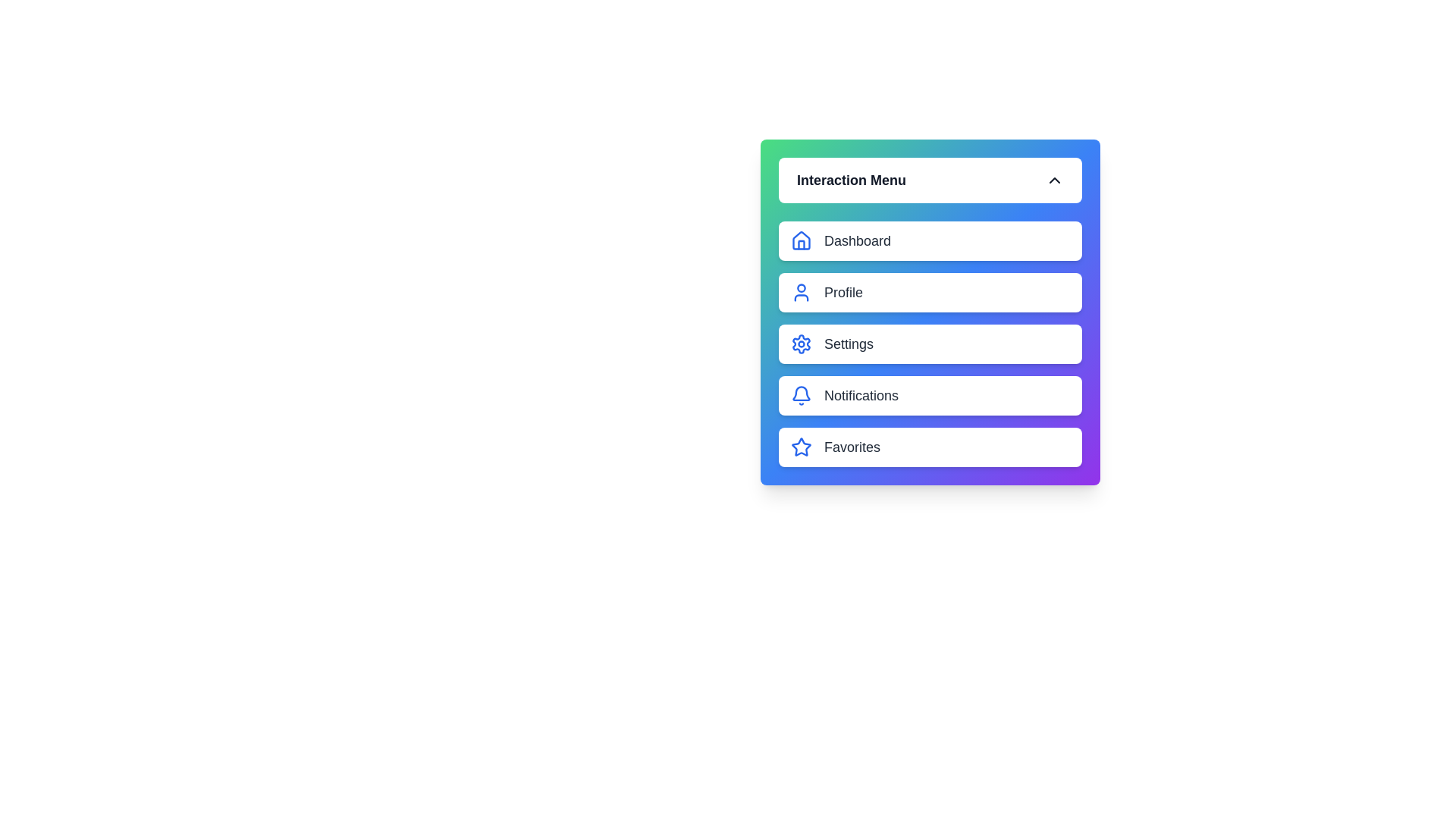 Image resolution: width=1456 pixels, height=819 pixels. Describe the element at coordinates (930, 180) in the screenshot. I see `the toggle button to change the visibility of the menu` at that location.